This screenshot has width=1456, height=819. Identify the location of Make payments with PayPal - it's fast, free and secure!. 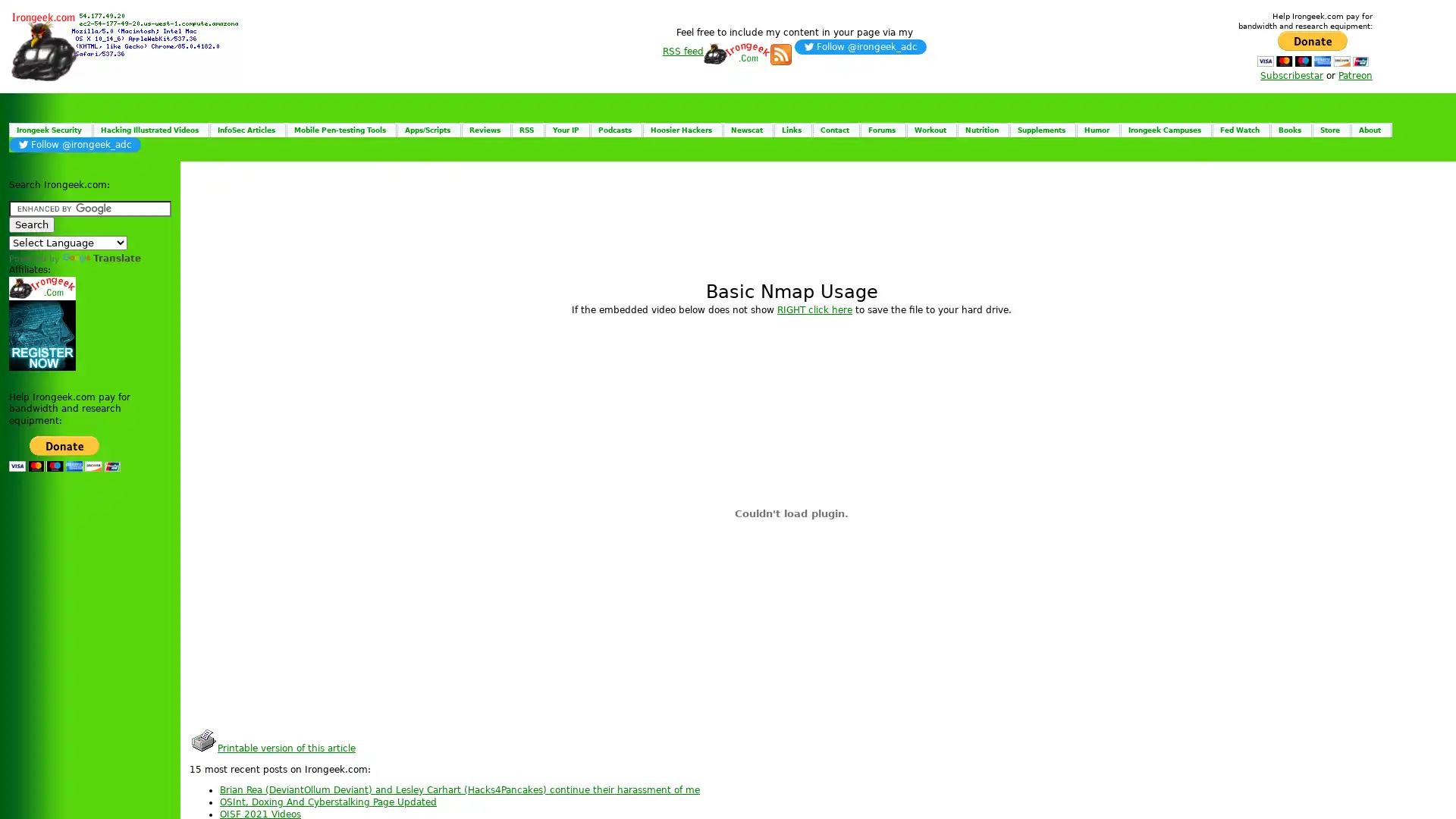
(1312, 48).